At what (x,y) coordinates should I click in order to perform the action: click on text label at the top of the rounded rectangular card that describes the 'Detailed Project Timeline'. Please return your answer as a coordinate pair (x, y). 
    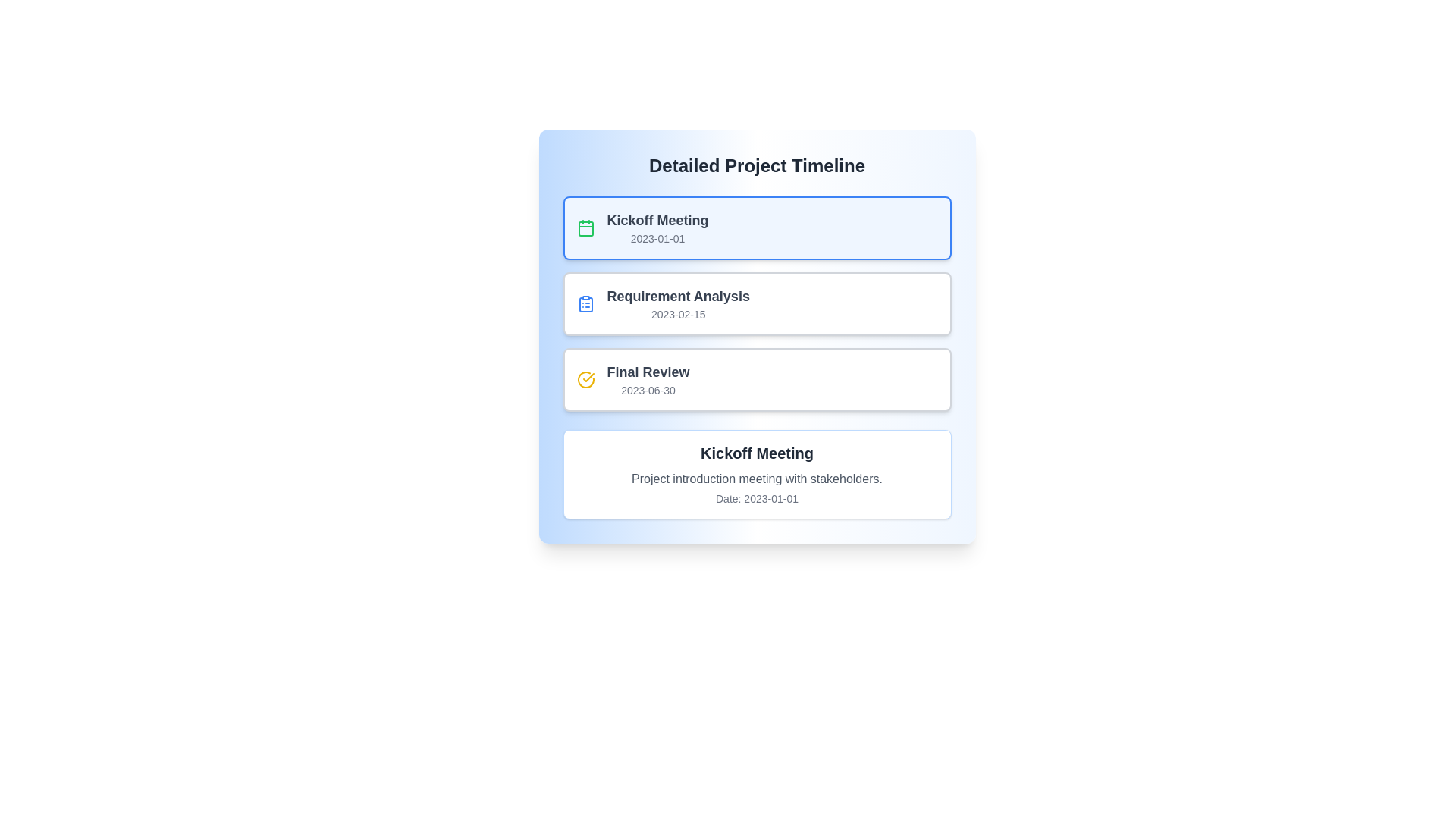
    Looking at the image, I should click on (757, 166).